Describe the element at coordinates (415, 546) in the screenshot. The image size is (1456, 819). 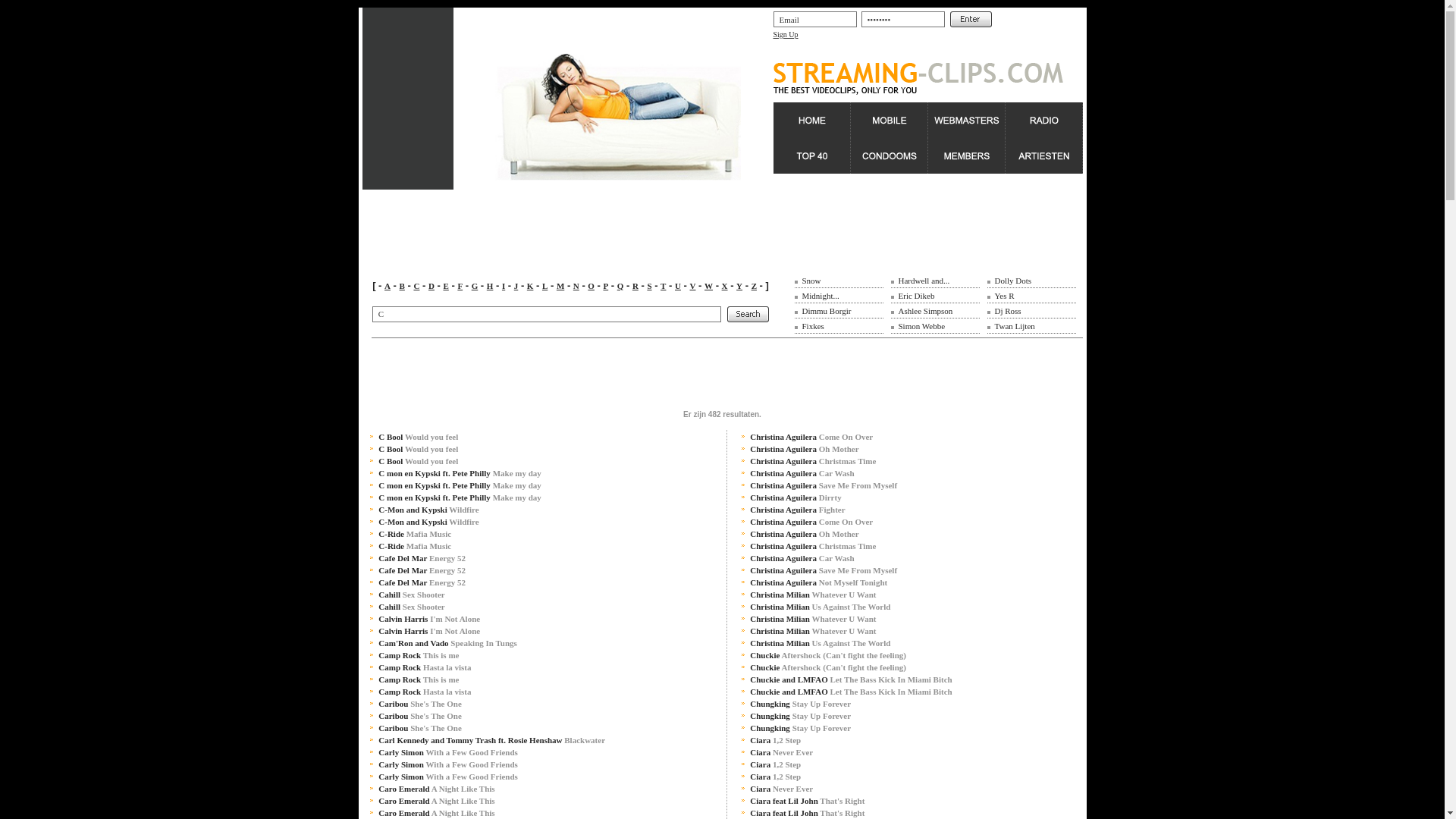
I see `'C-Ride Mafia Music'` at that location.